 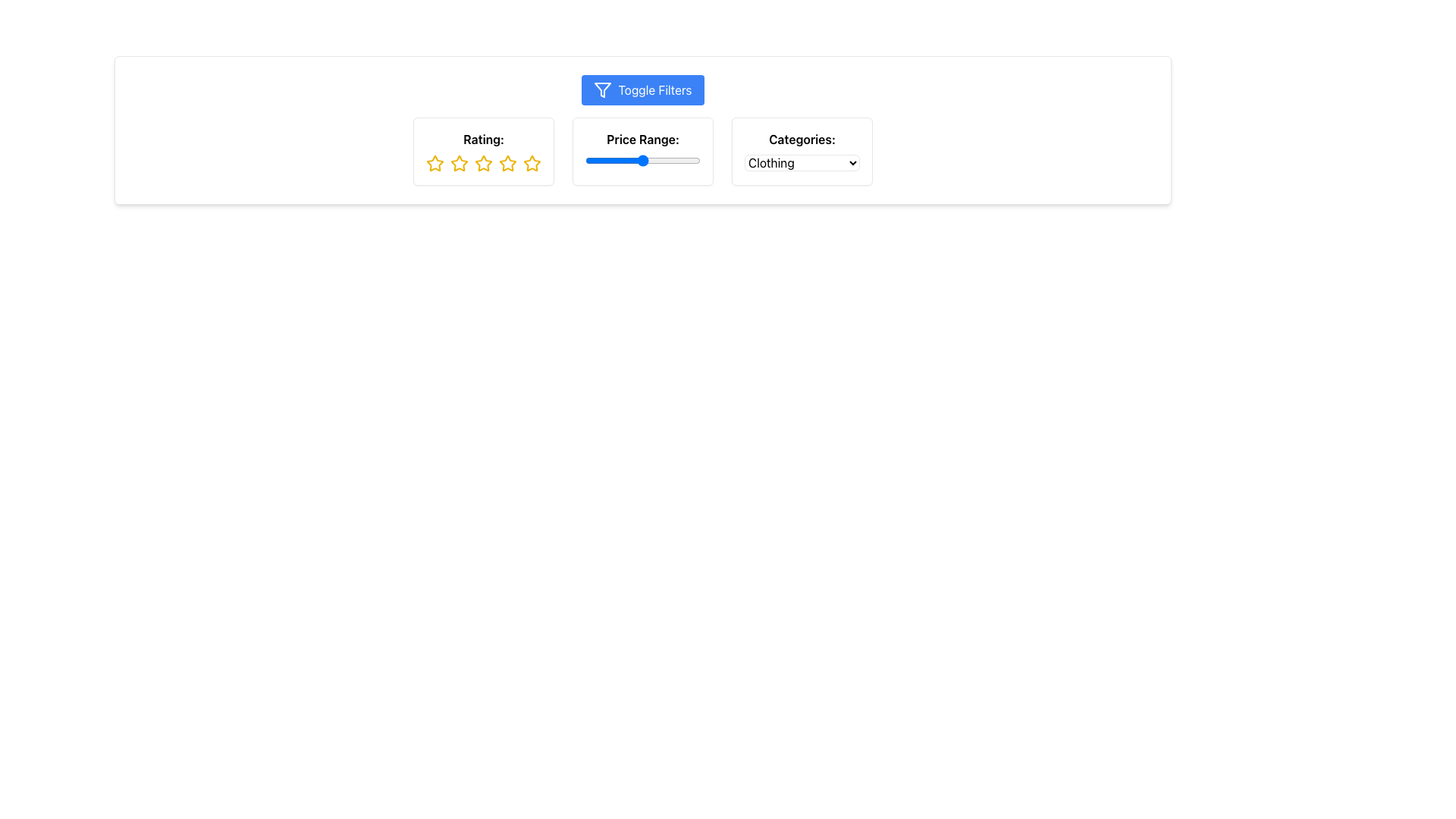 I want to click on the price range slider, so click(x=692, y=161).